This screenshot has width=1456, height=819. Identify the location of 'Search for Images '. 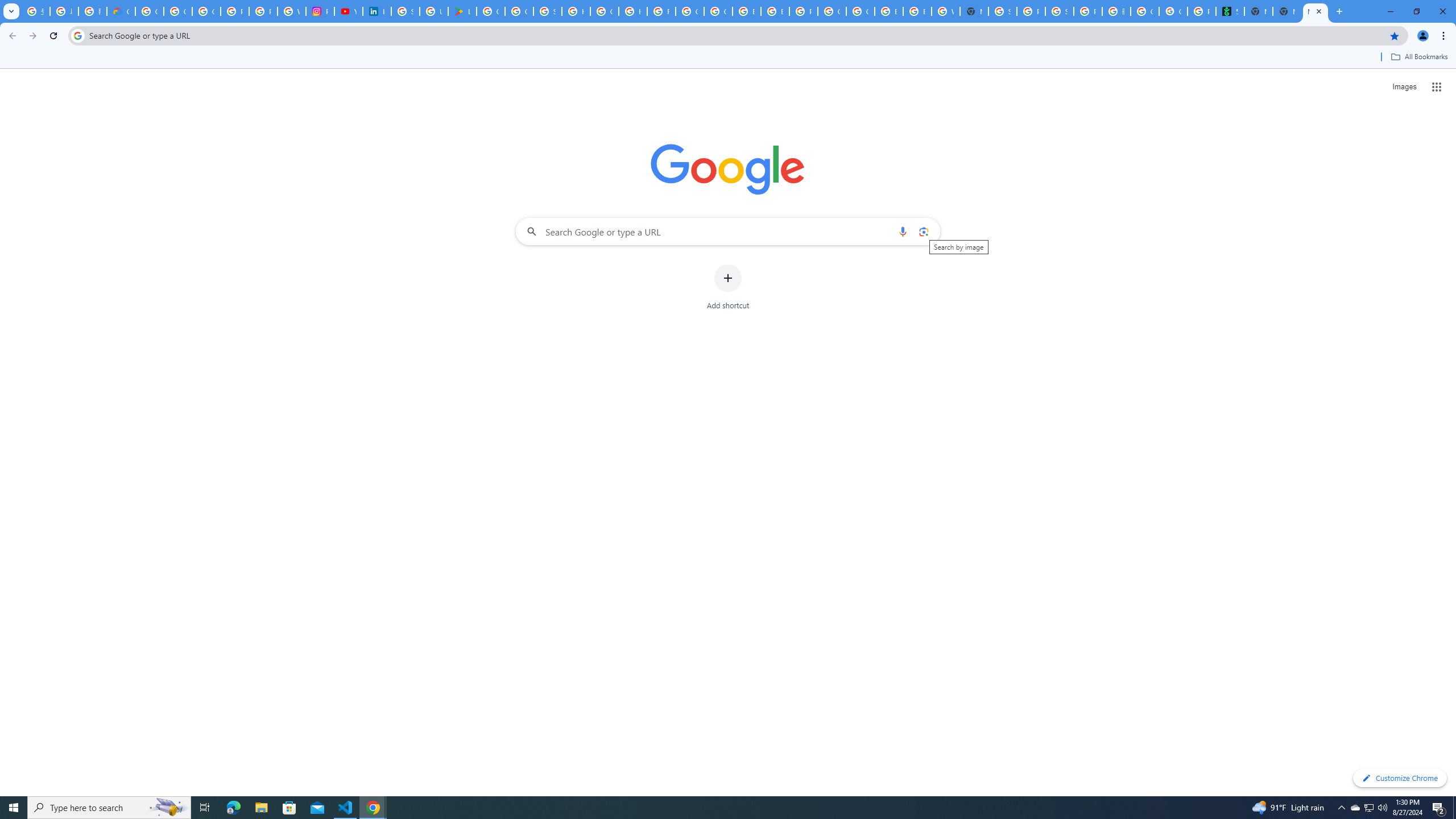
(1404, 87).